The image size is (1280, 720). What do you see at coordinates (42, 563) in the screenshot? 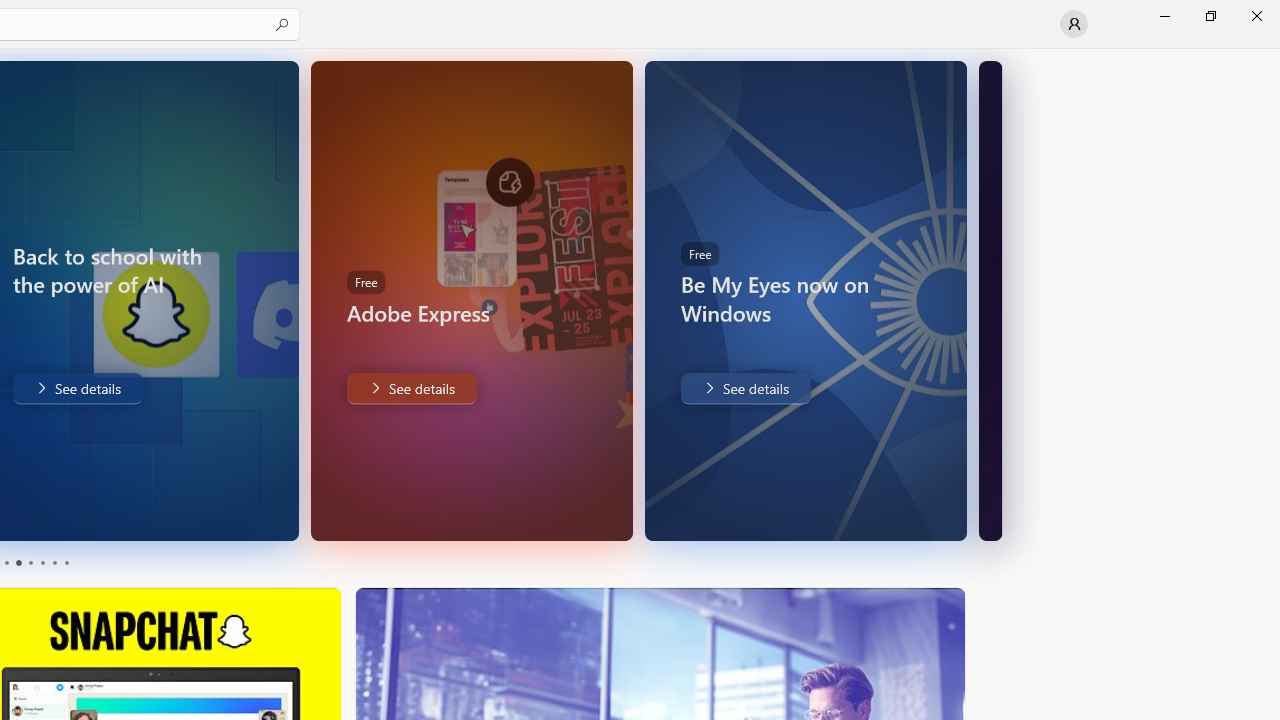
I see `'Page 4'` at bounding box center [42, 563].